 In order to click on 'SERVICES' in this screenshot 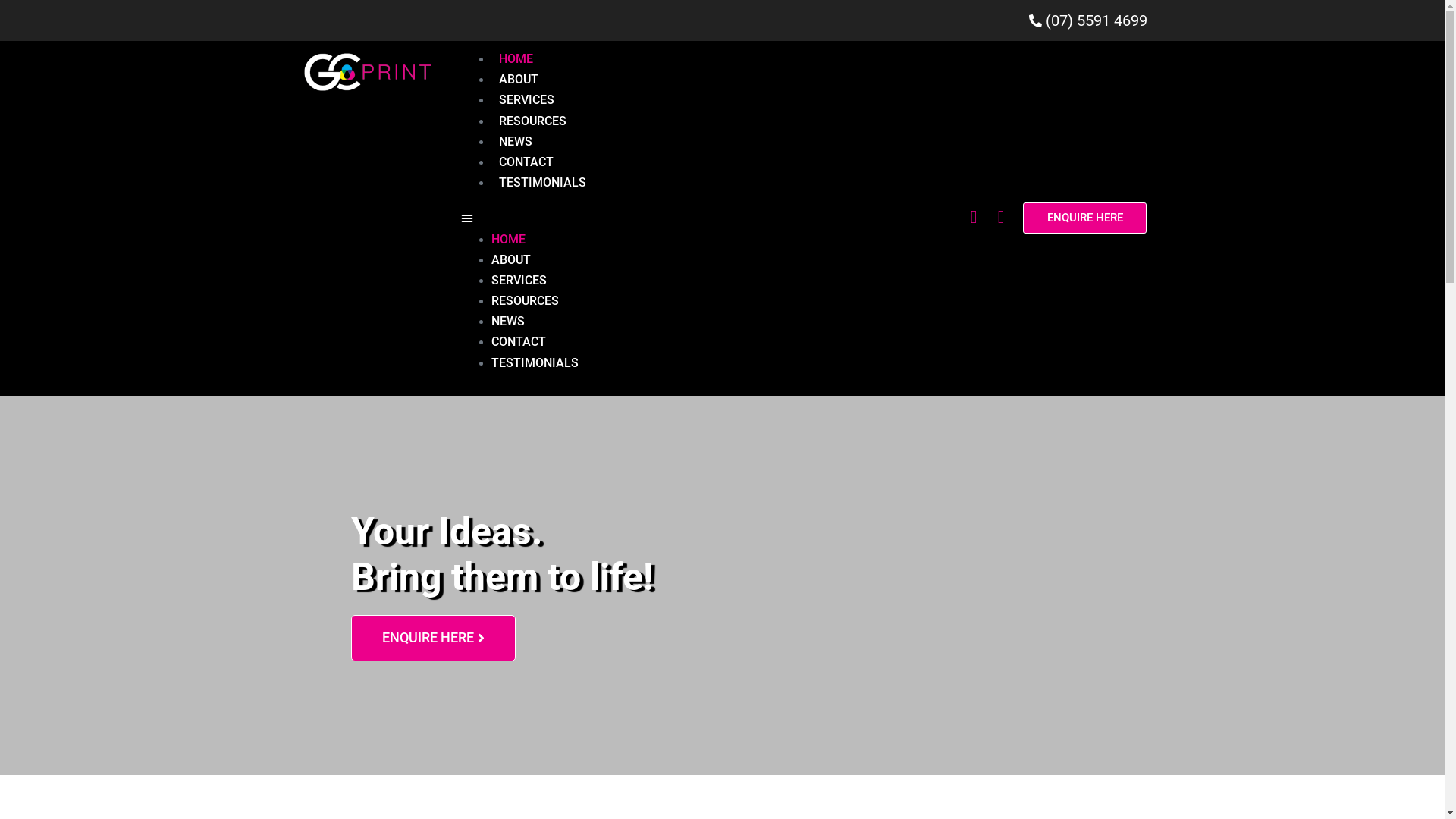, I will do `click(526, 99)`.